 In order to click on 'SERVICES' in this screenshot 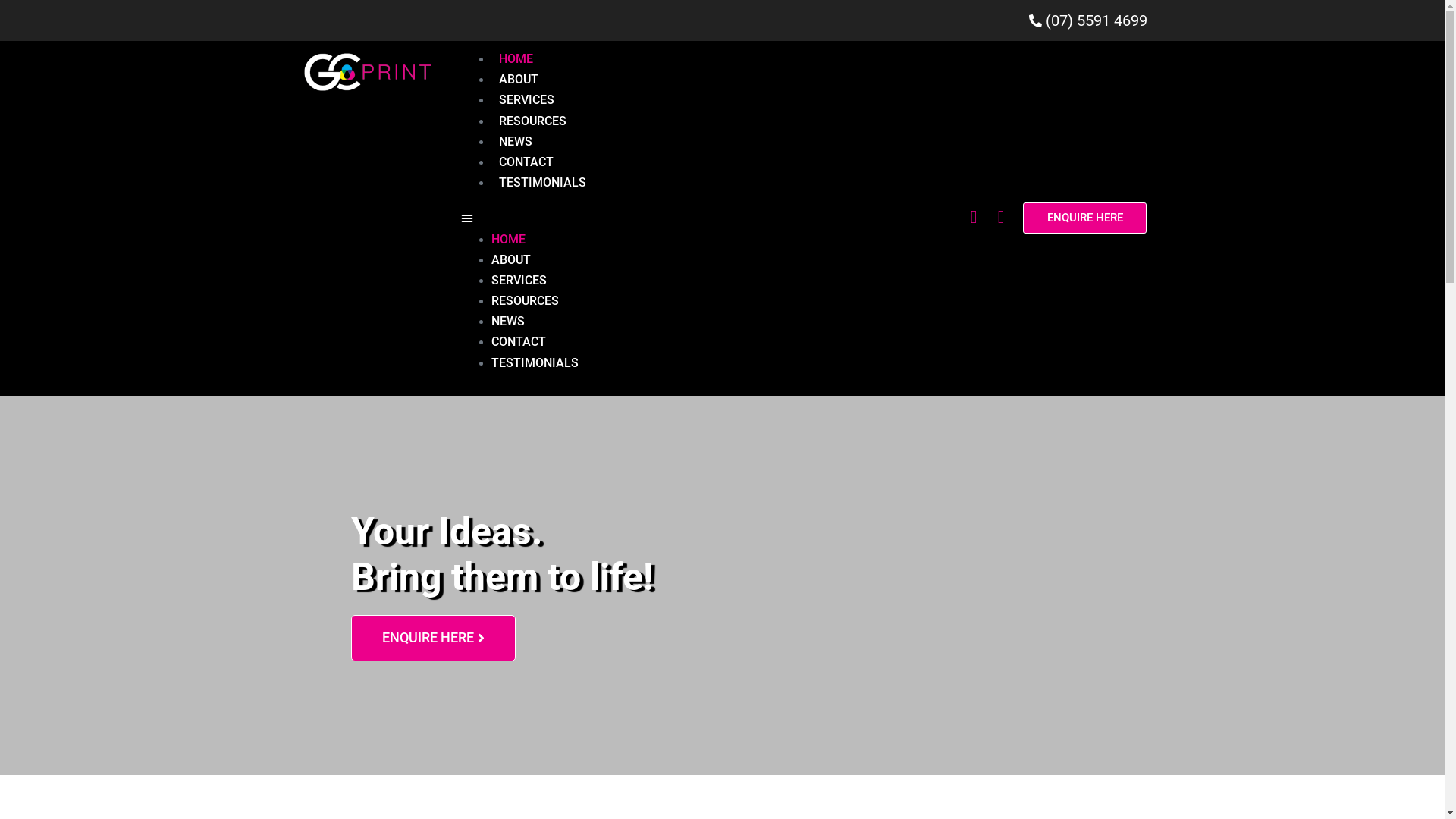, I will do `click(526, 99)`.